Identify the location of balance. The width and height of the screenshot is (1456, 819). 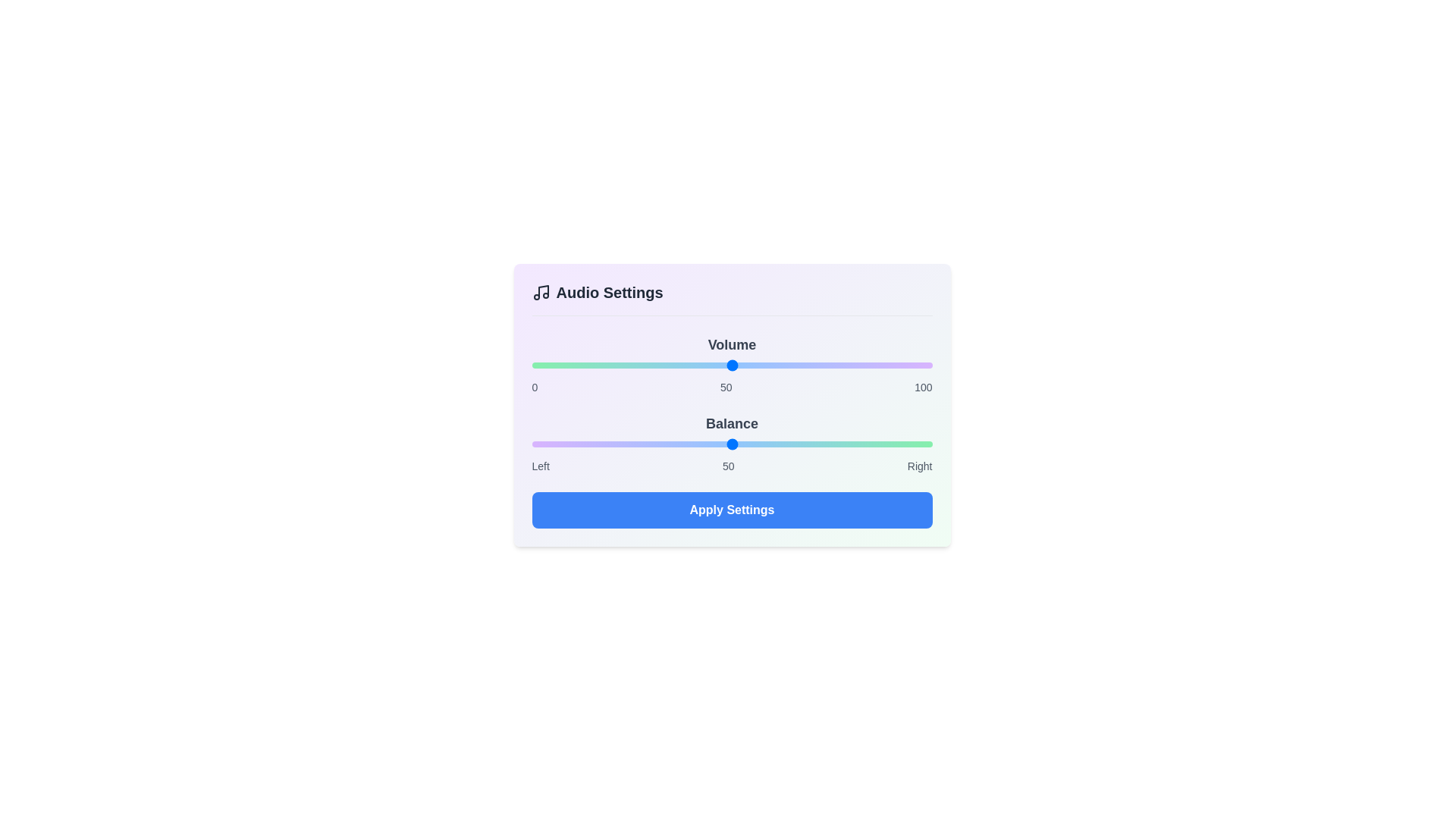
(587, 444).